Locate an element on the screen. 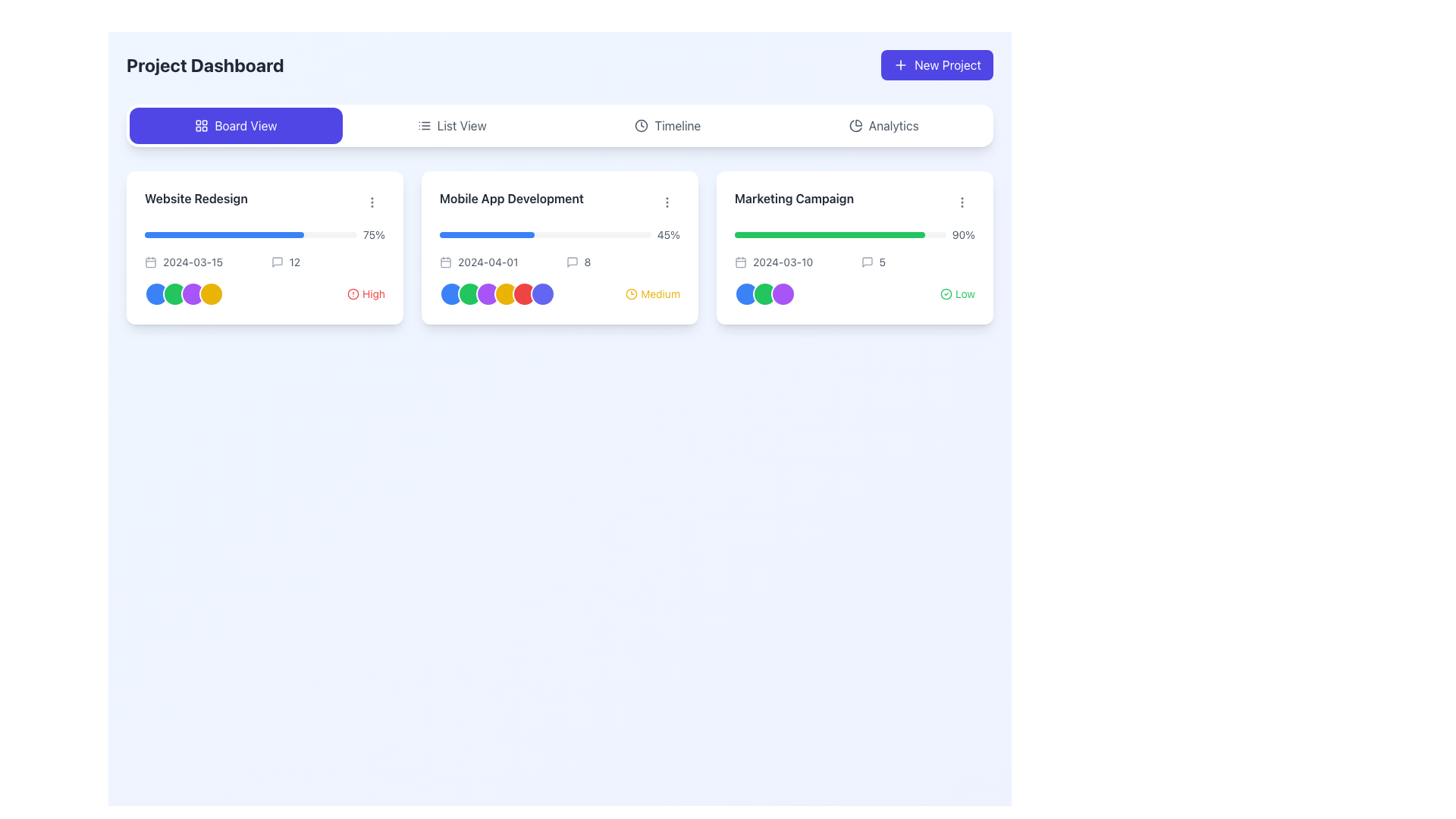  the static date display text label associated with the 'Marketing Campaign' project card, located in the bottom-left section next to the calendar icon is located at coordinates (783, 262).